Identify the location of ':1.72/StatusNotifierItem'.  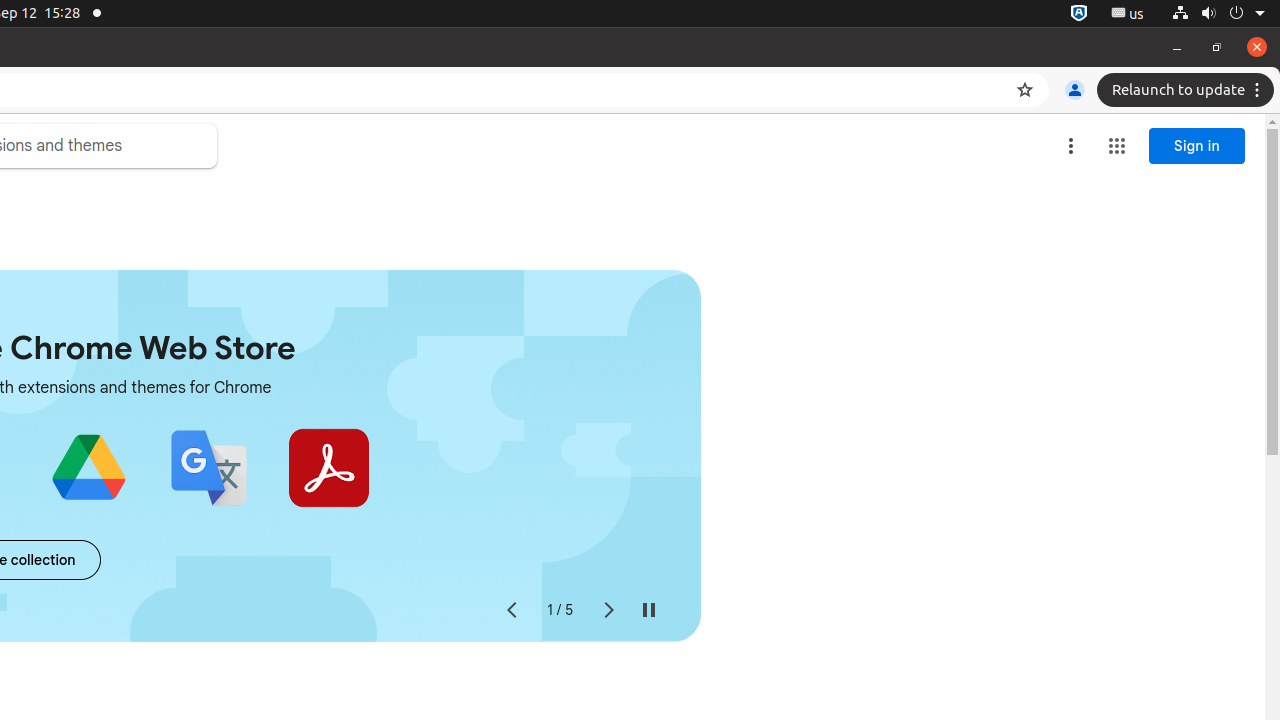
(1078, 13).